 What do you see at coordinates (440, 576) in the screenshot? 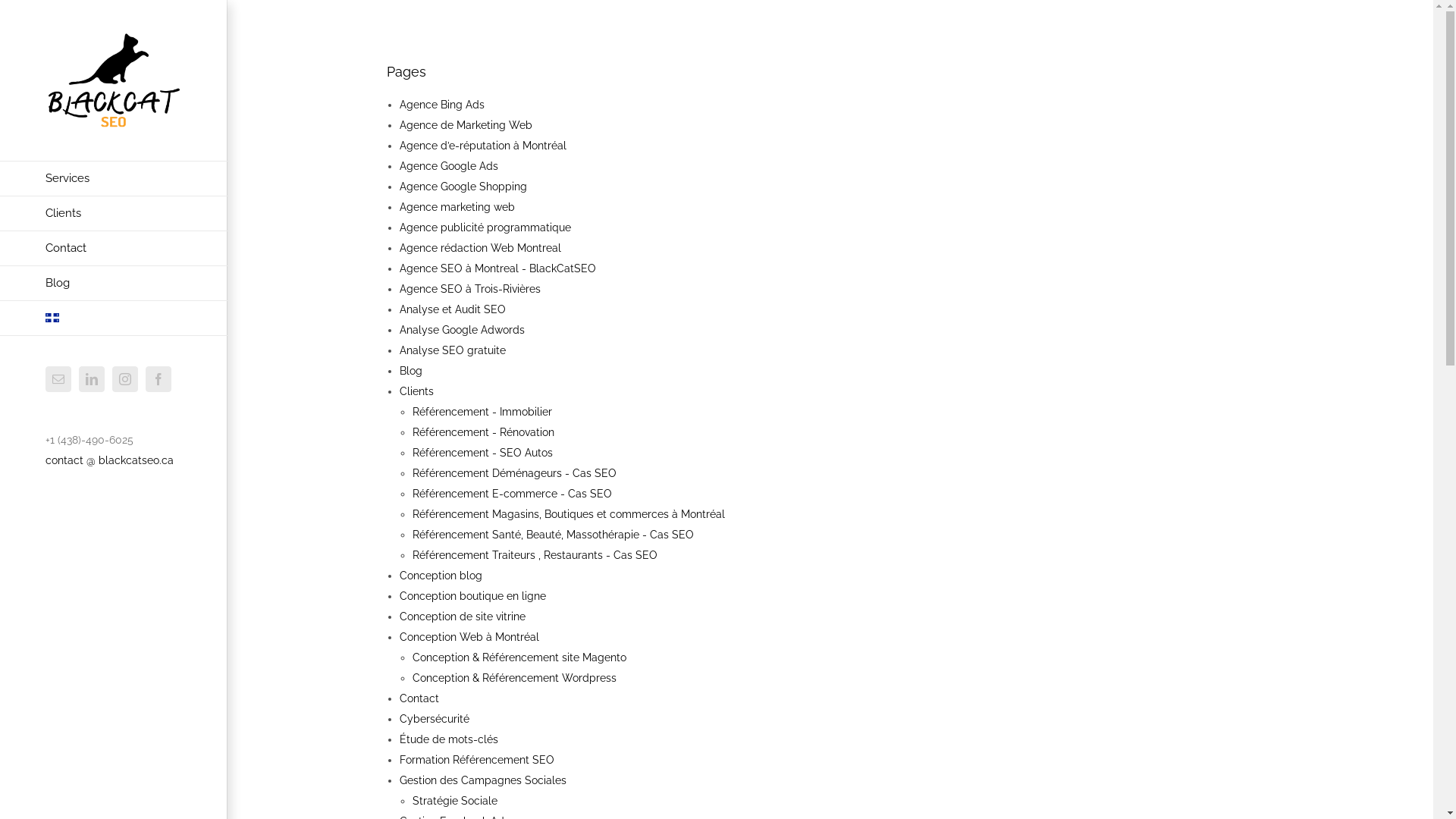
I see `'Conception blog'` at bounding box center [440, 576].